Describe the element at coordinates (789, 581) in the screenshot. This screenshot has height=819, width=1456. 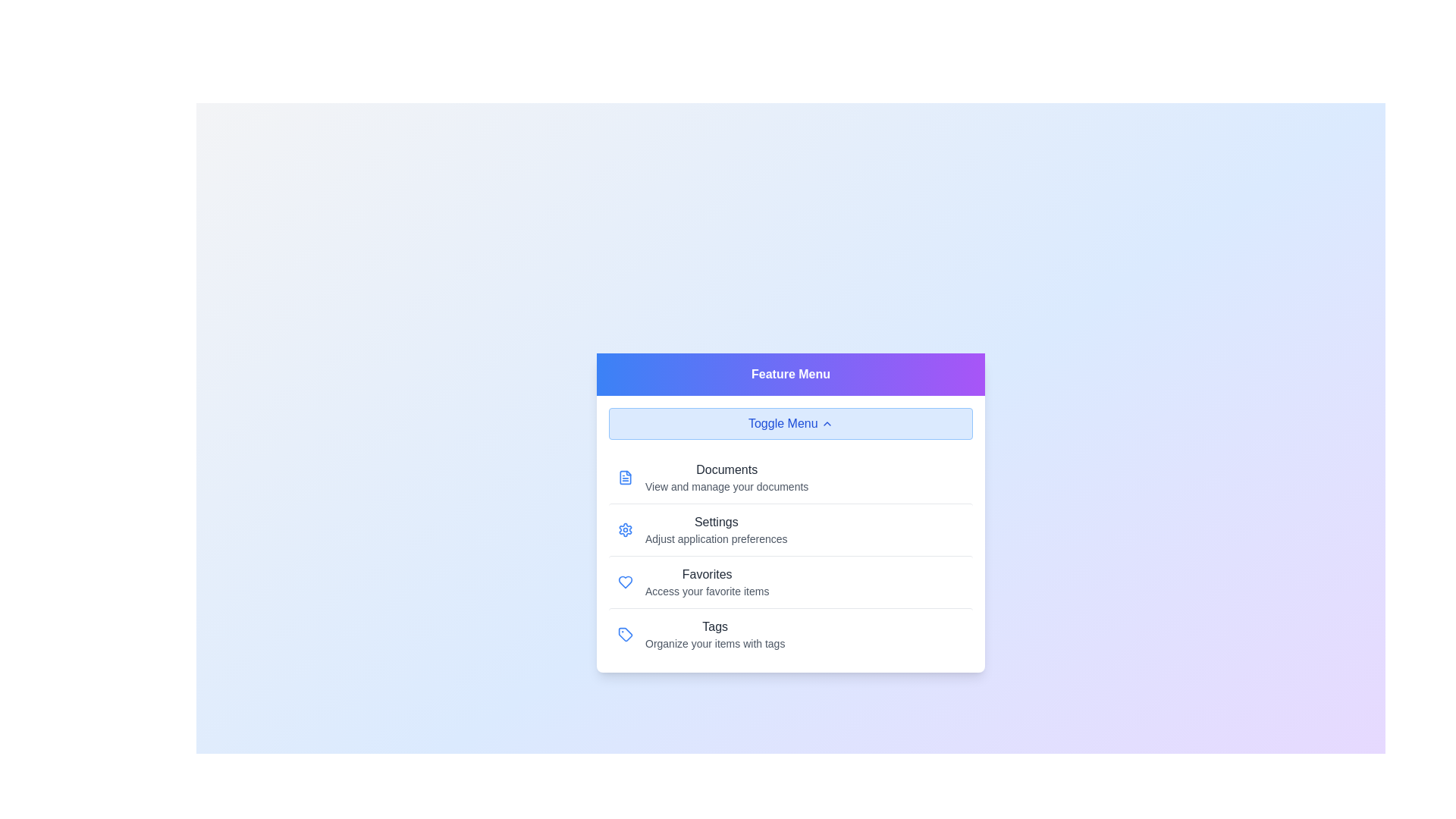
I see `the menu option Favorites by clicking on it` at that location.